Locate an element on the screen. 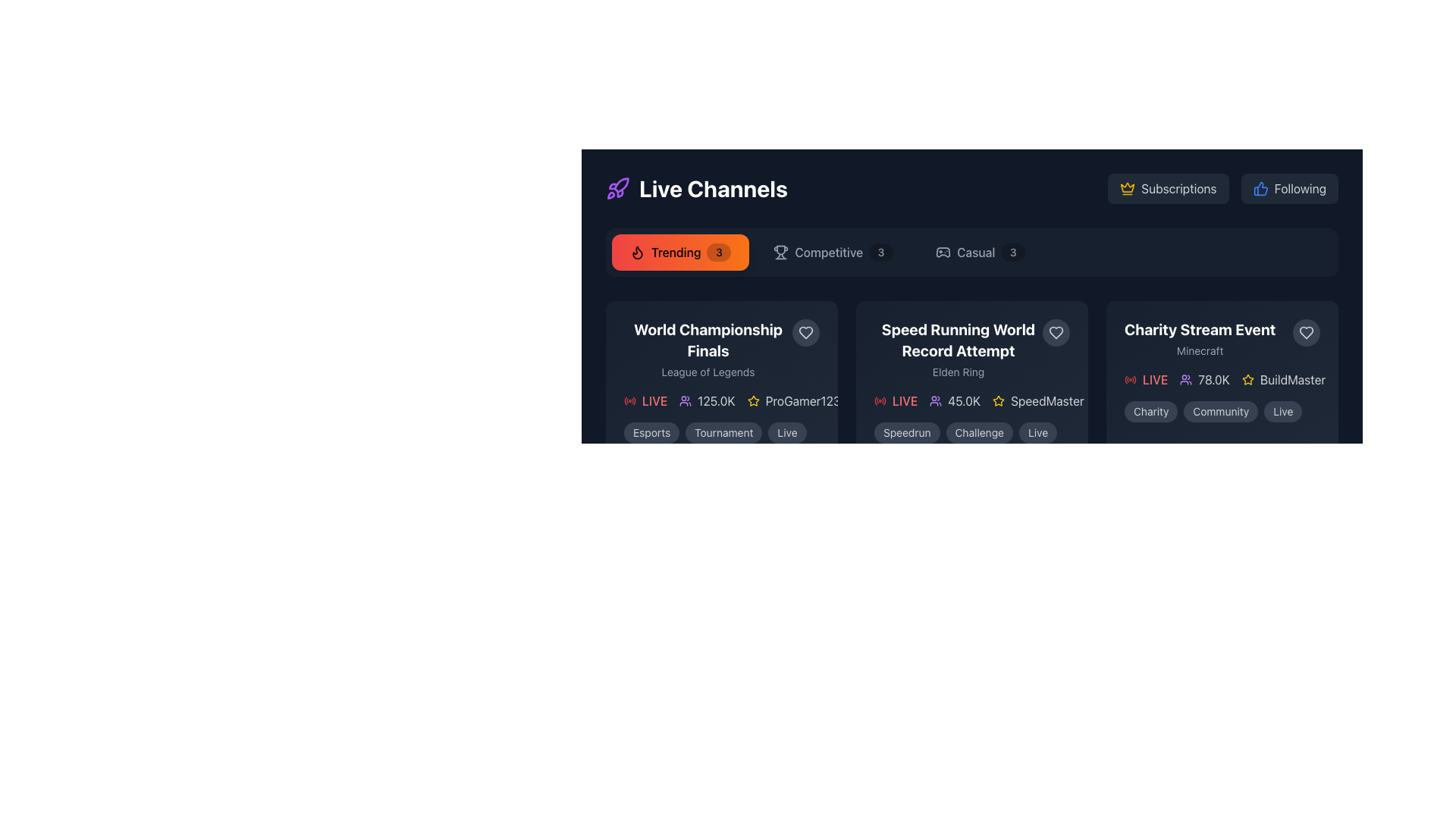 The width and height of the screenshot is (1456, 819). the text label that reads 'Charity Stream Event', which is styled with a bold and large font and is located in the top part of the third card in a row of live channel information cards is located at coordinates (1199, 329).